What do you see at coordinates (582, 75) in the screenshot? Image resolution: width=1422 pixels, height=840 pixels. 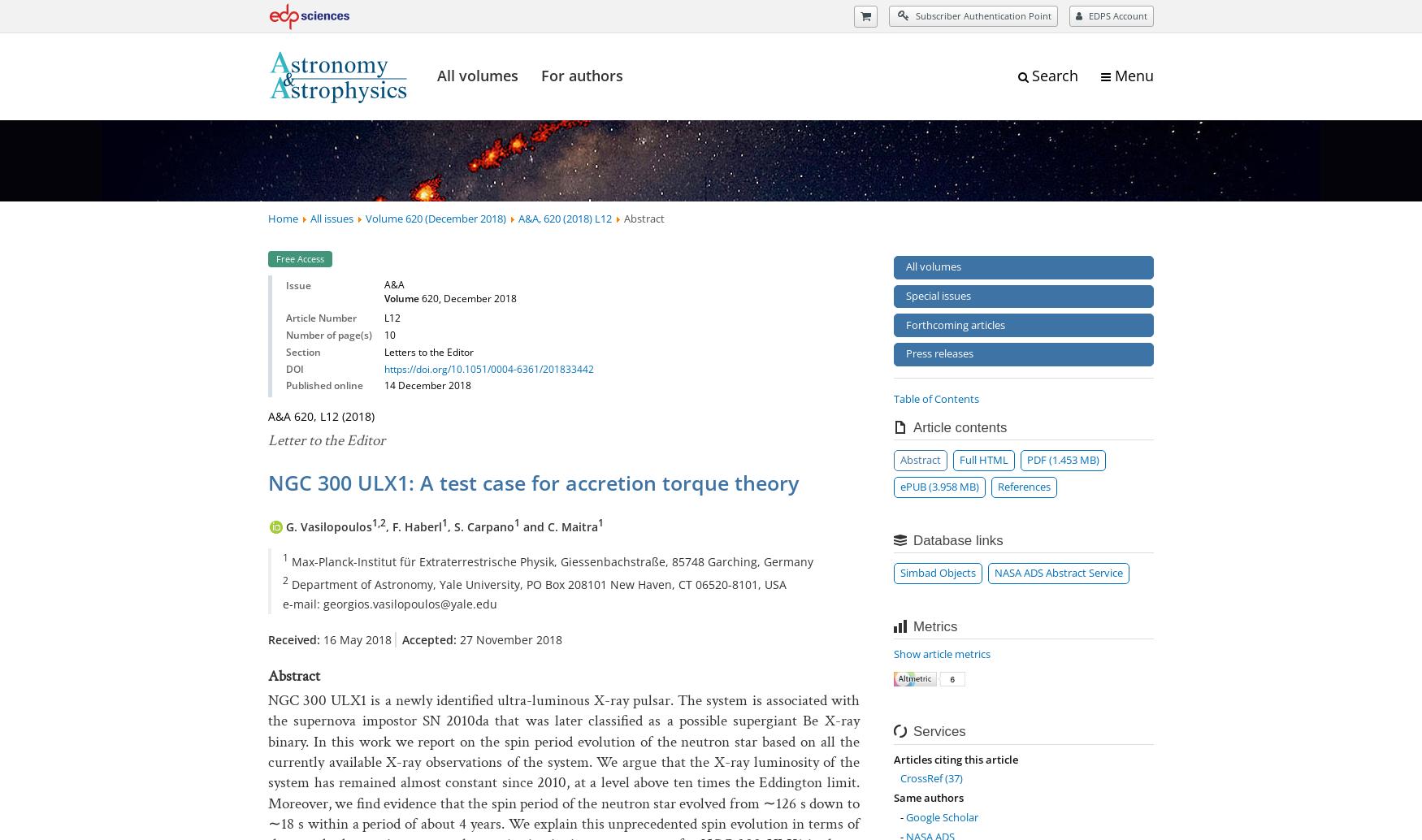 I see `'For authors'` at bounding box center [582, 75].